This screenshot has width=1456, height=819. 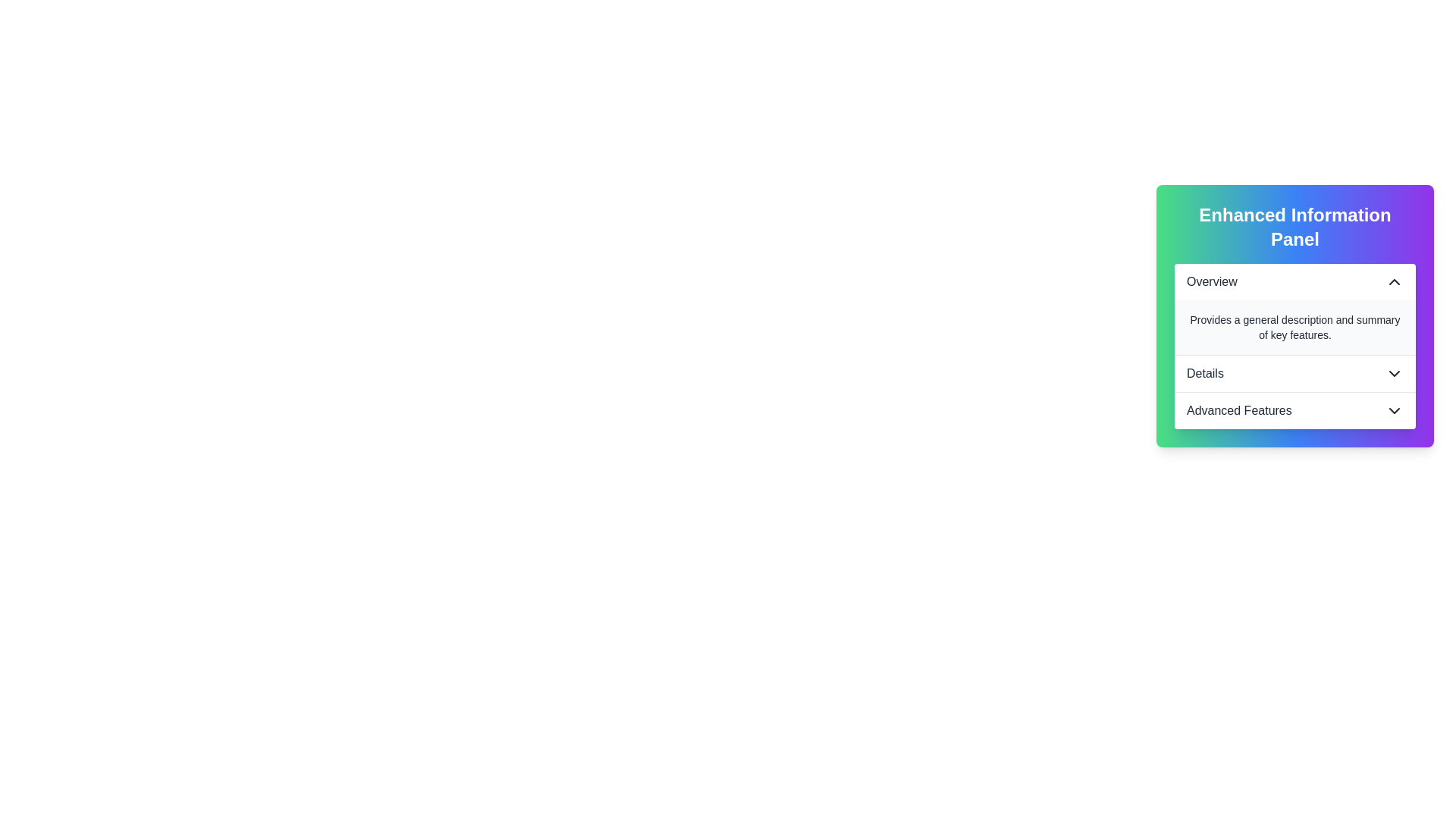 I want to click on the 'Overview' text label, so click(x=1211, y=281).